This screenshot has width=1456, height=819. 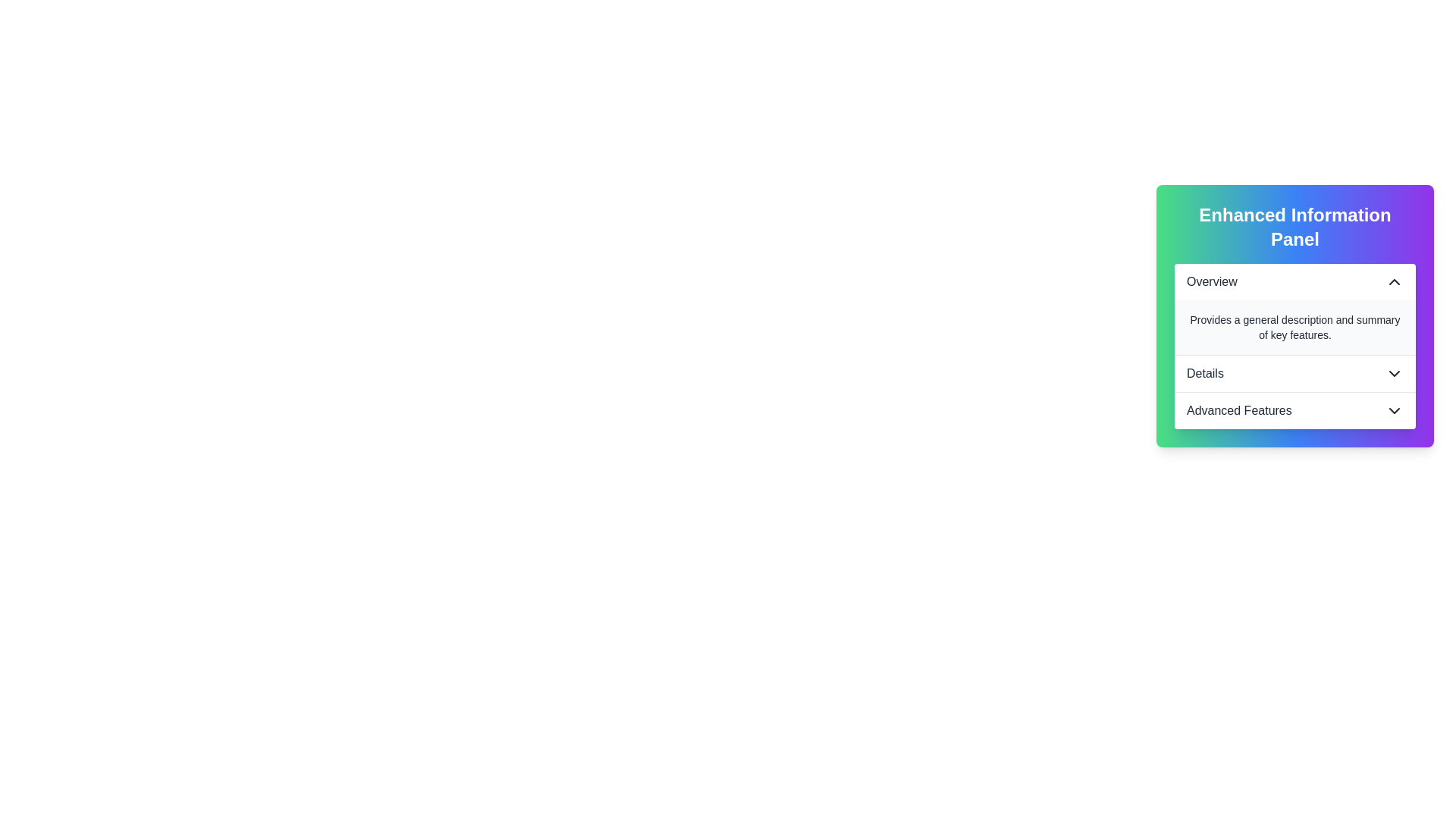 I want to click on the 'Overview' text label, so click(x=1211, y=281).